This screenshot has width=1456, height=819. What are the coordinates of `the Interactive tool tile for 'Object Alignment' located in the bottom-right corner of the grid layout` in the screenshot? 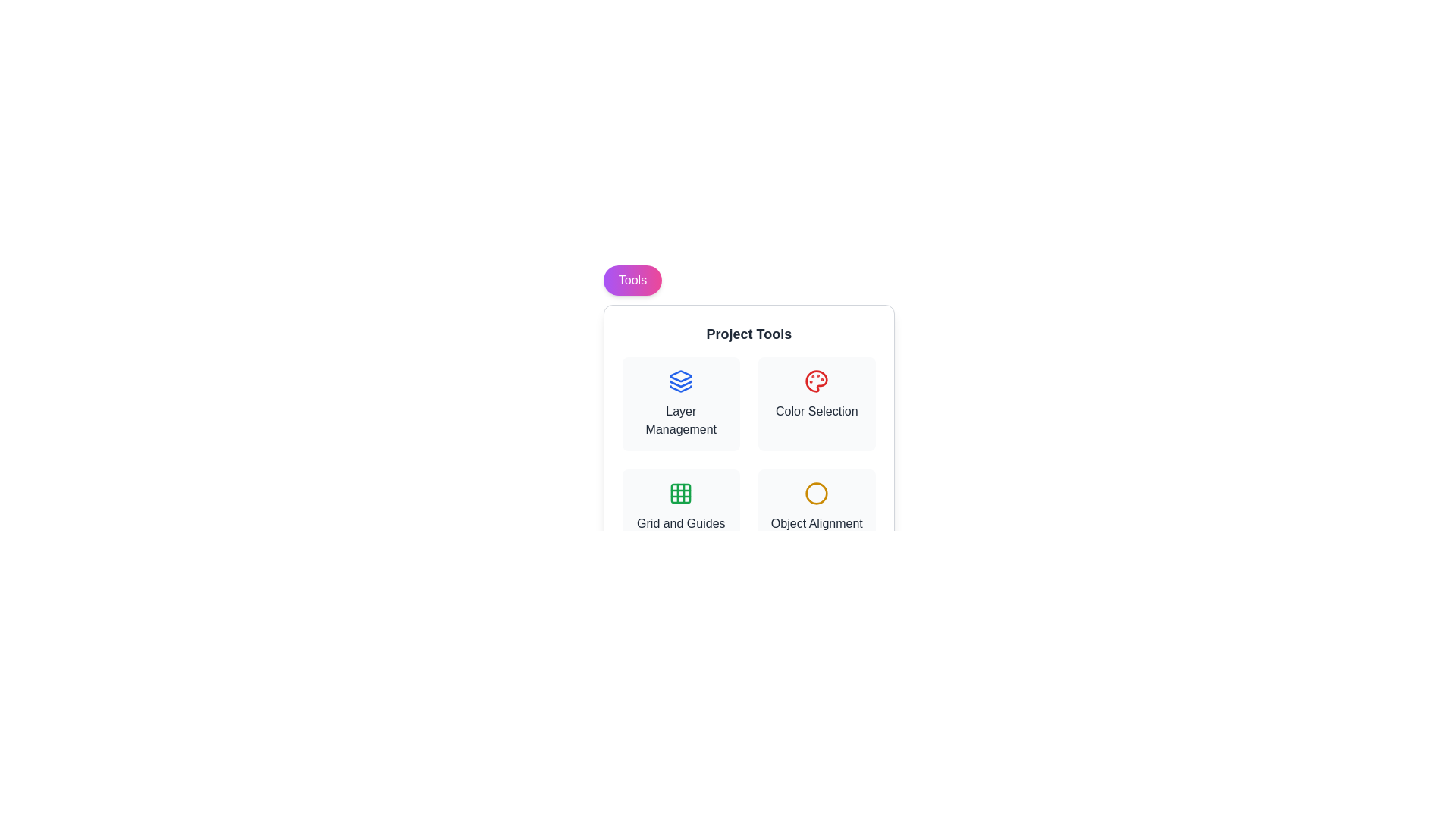 It's located at (815, 507).